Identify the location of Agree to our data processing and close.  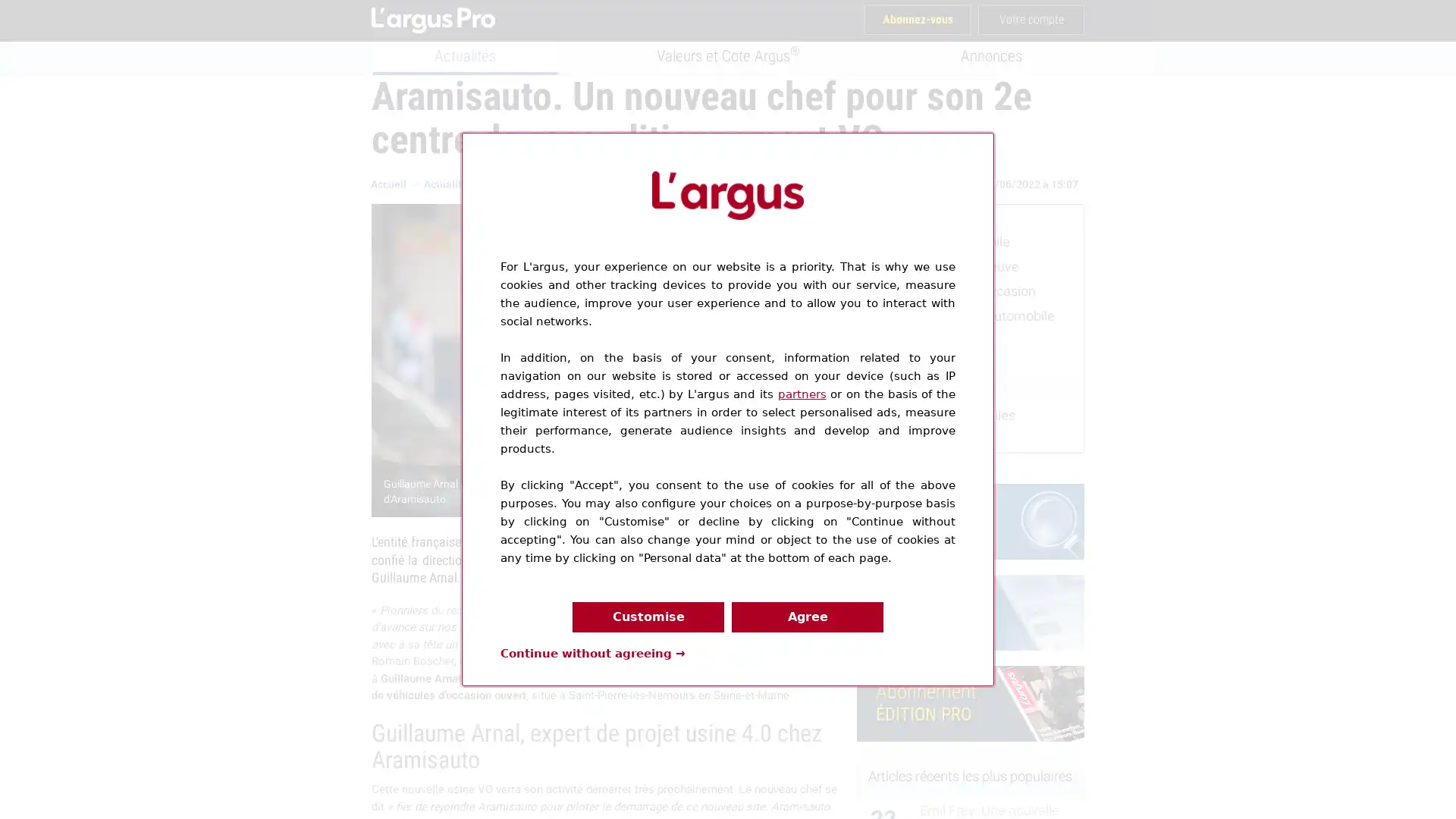
(807, 617).